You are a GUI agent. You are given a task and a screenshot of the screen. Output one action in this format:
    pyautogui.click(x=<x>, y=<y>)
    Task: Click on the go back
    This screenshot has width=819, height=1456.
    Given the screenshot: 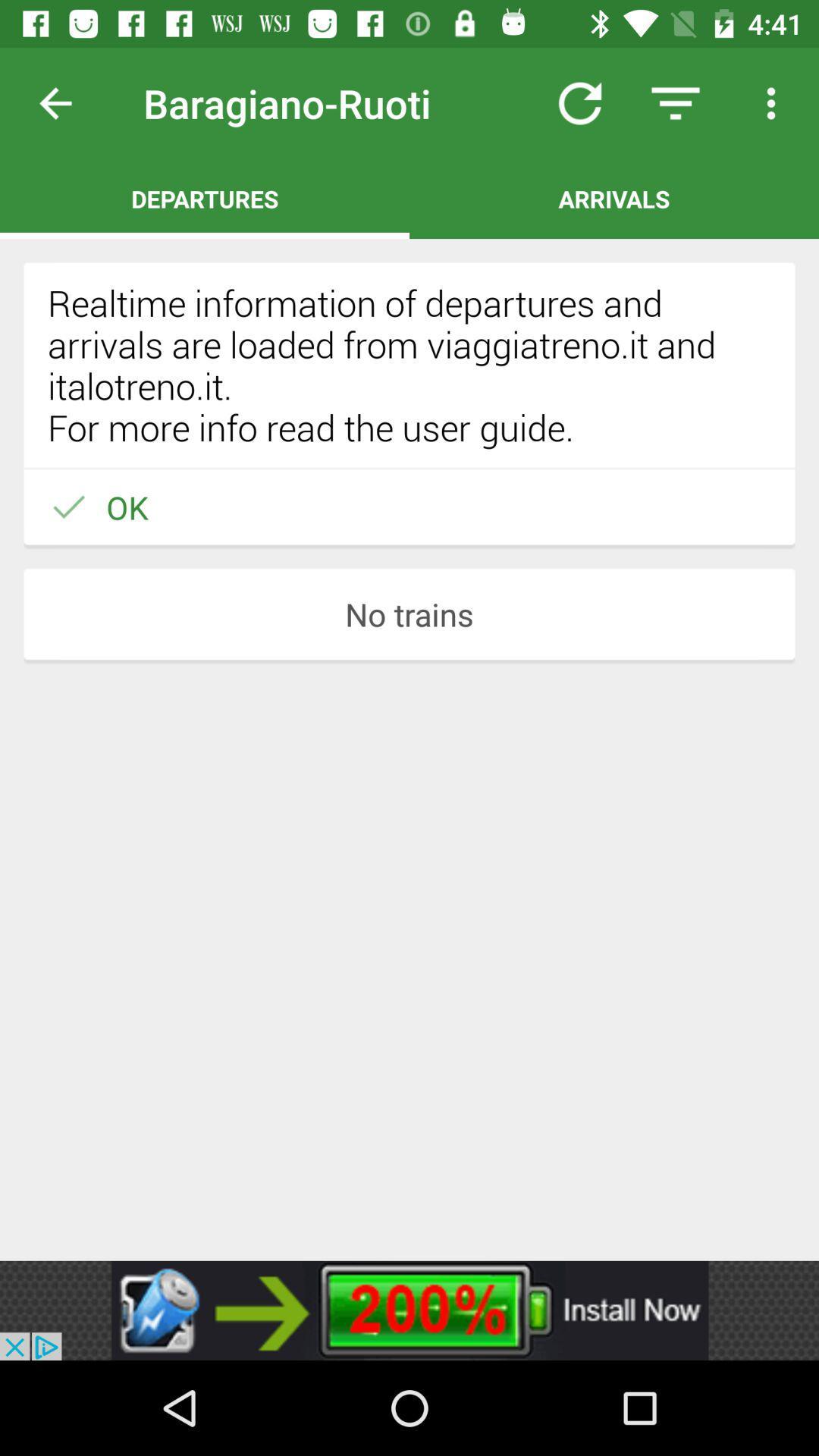 What is the action you would take?
    pyautogui.click(x=67, y=102)
    